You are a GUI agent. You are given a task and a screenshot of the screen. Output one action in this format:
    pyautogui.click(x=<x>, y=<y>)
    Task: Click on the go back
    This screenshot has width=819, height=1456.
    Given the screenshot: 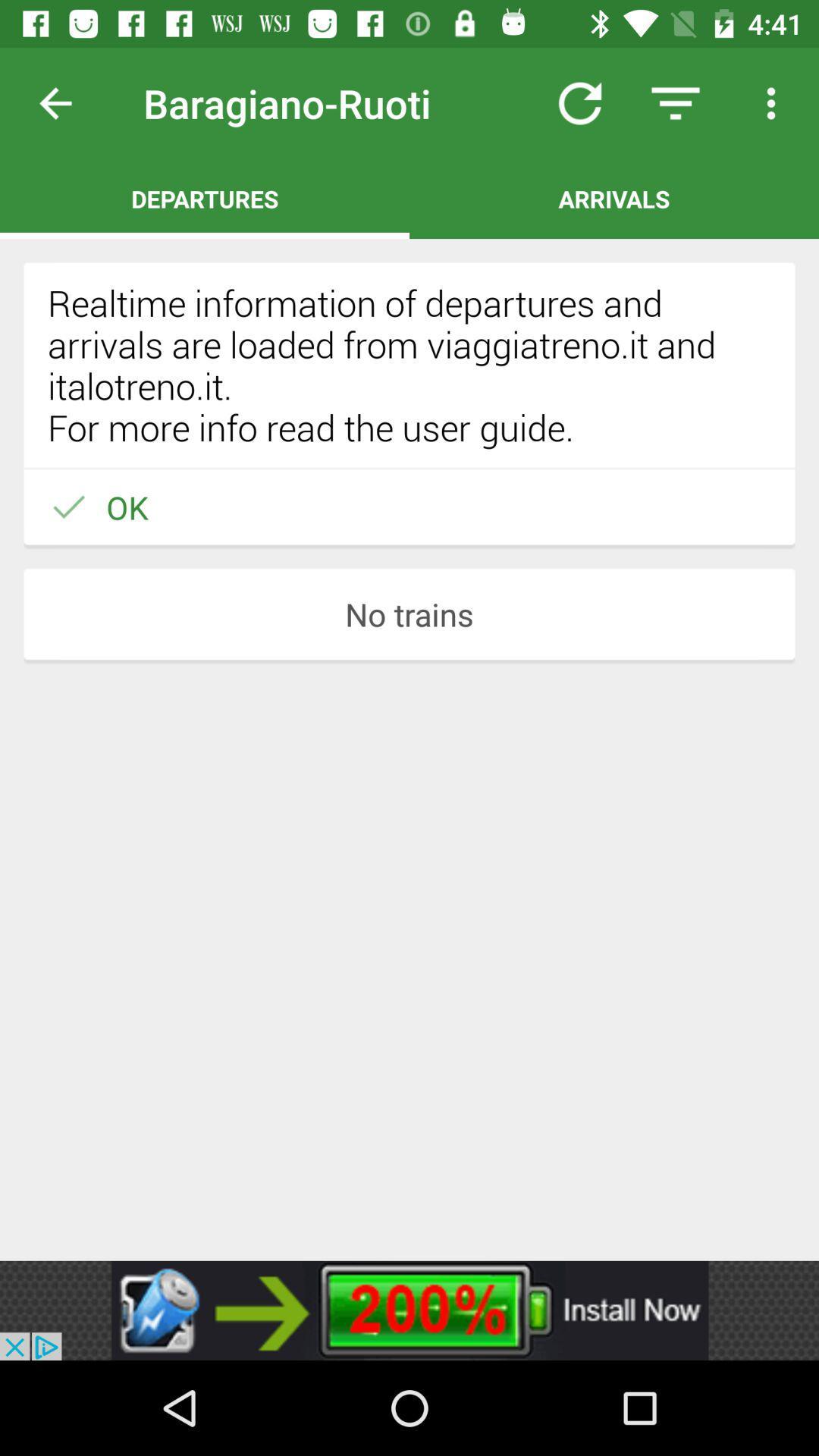 What is the action you would take?
    pyautogui.click(x=67, y=102)
    